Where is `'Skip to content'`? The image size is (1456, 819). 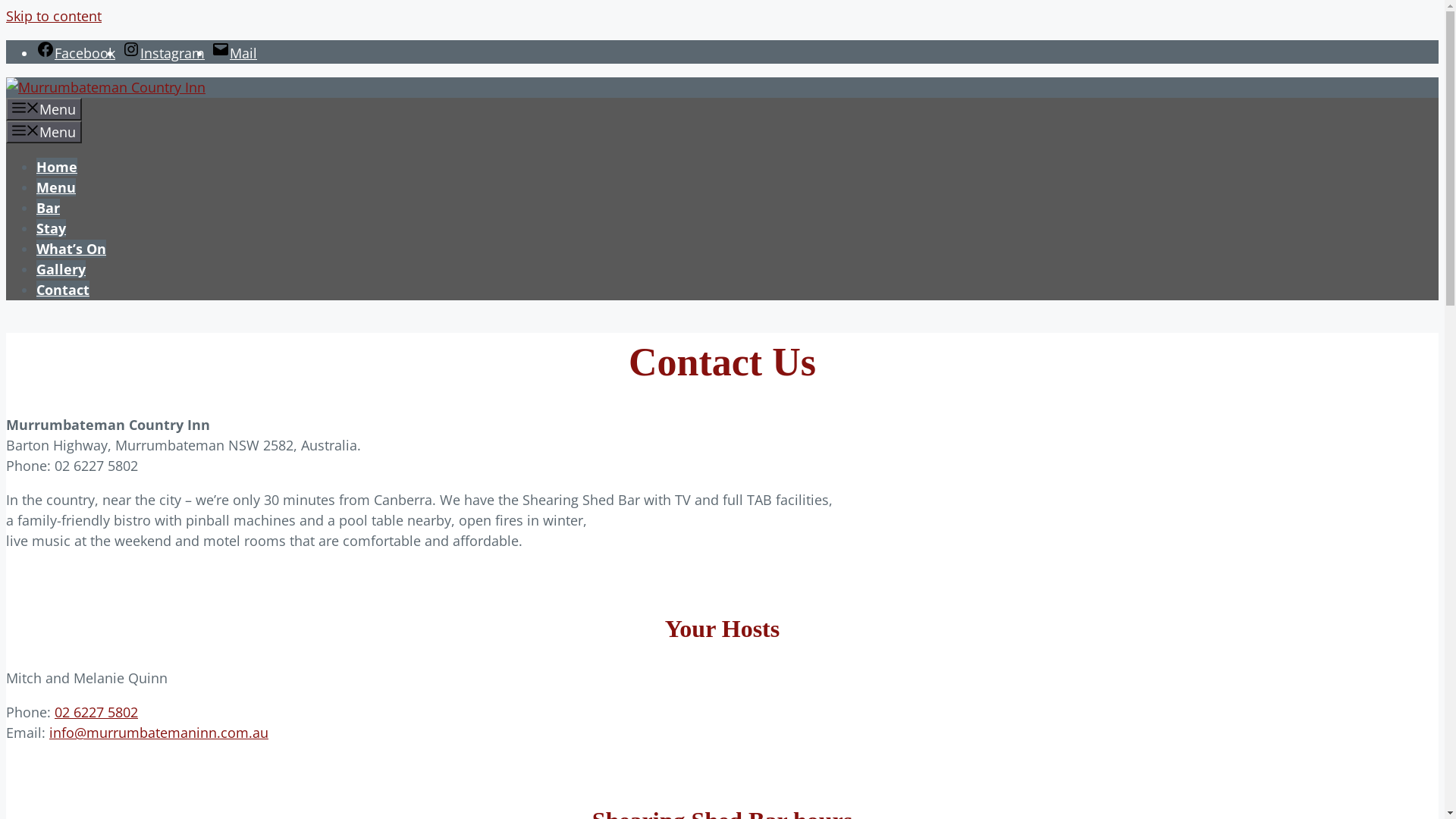 'Skip to content' is located at coordinates (54, 15).